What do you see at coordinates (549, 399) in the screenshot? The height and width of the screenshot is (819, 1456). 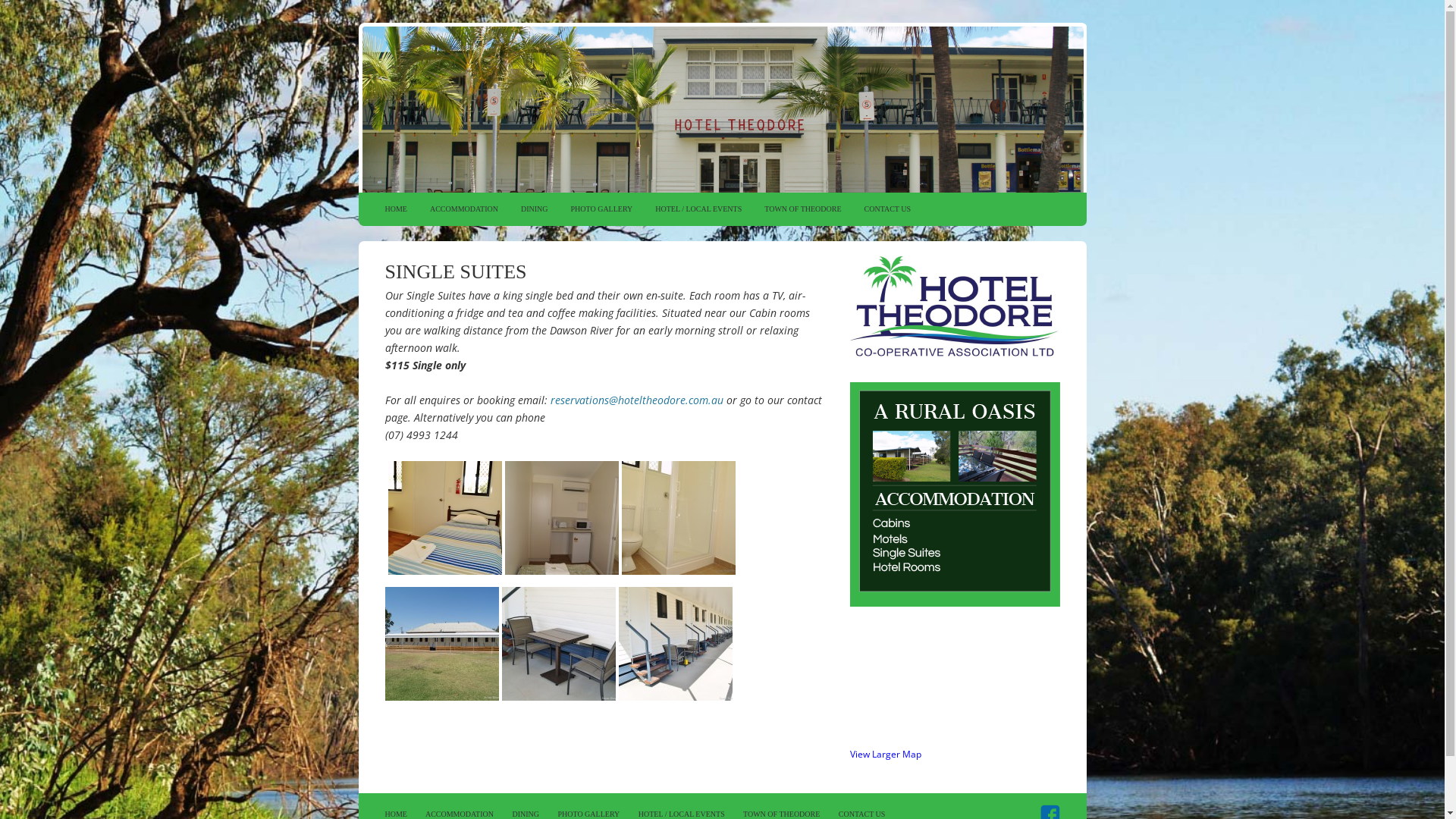 I see `'reservations@hoteltheodore.com.au'` at bounding box center [549, 399].